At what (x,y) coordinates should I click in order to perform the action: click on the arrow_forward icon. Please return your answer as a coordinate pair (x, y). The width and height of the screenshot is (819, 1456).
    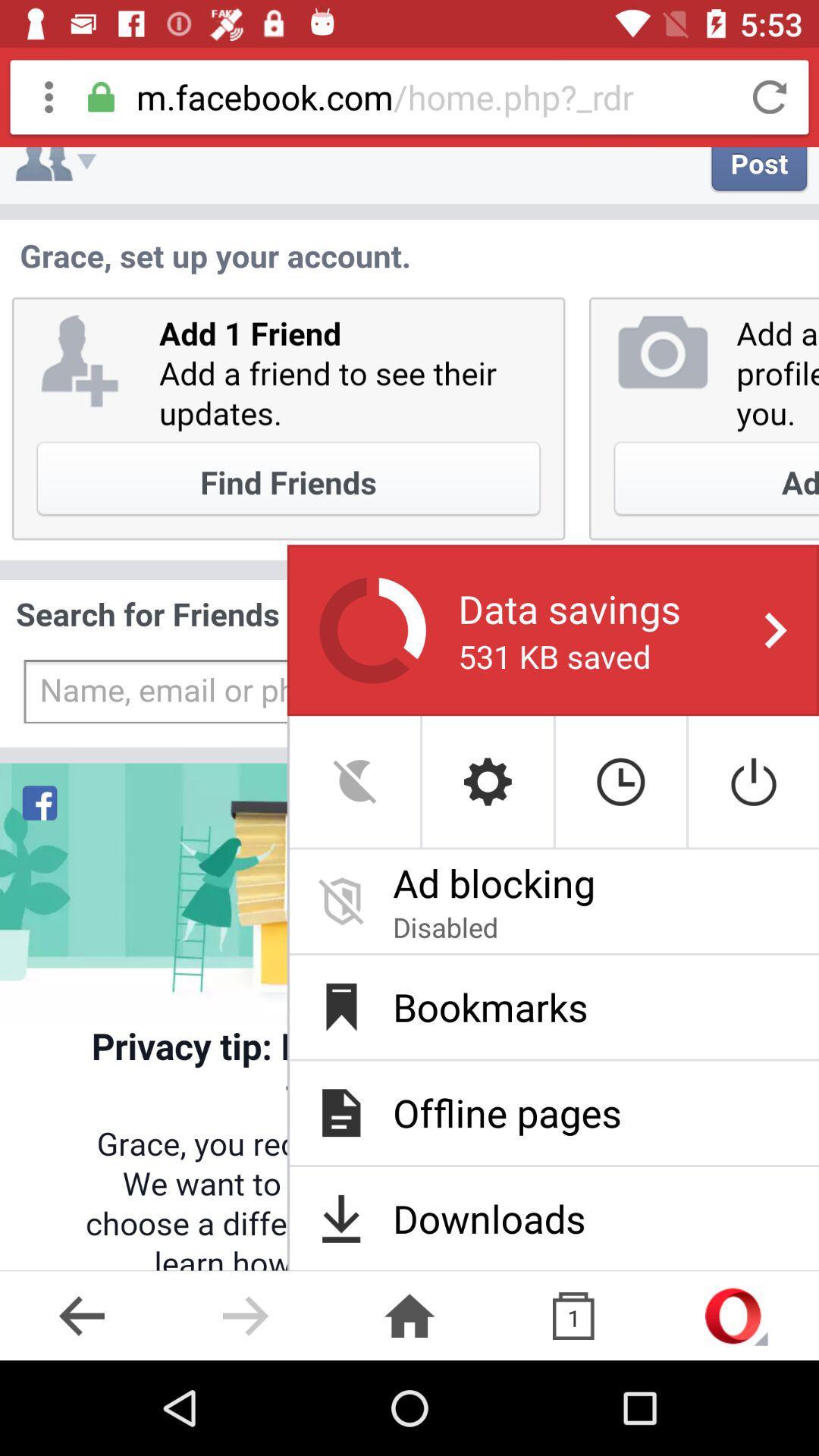
    Looking at the image, I should click on (245, 1315).